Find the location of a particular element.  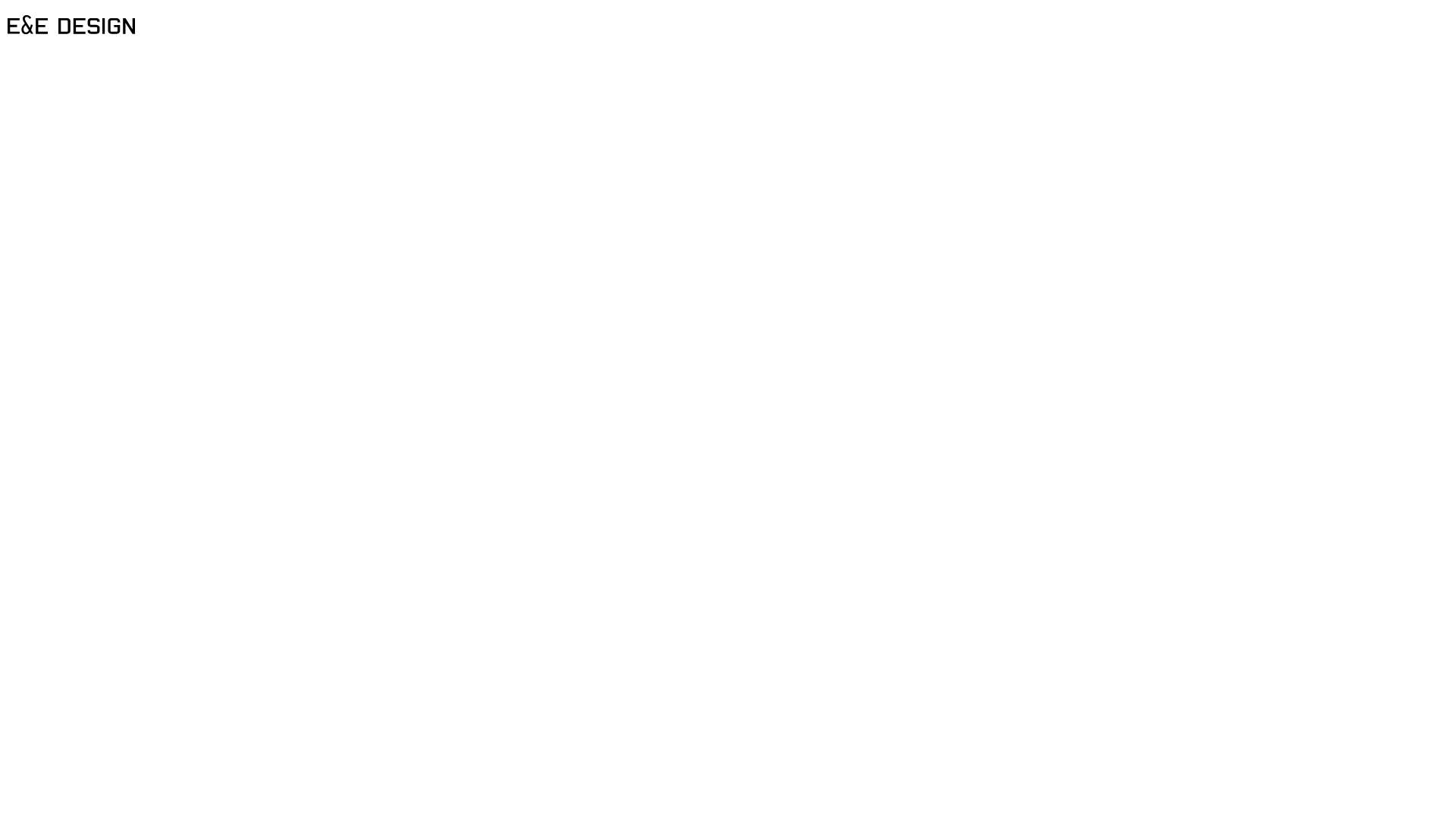

'Work' is located at coordinates (728, 17).